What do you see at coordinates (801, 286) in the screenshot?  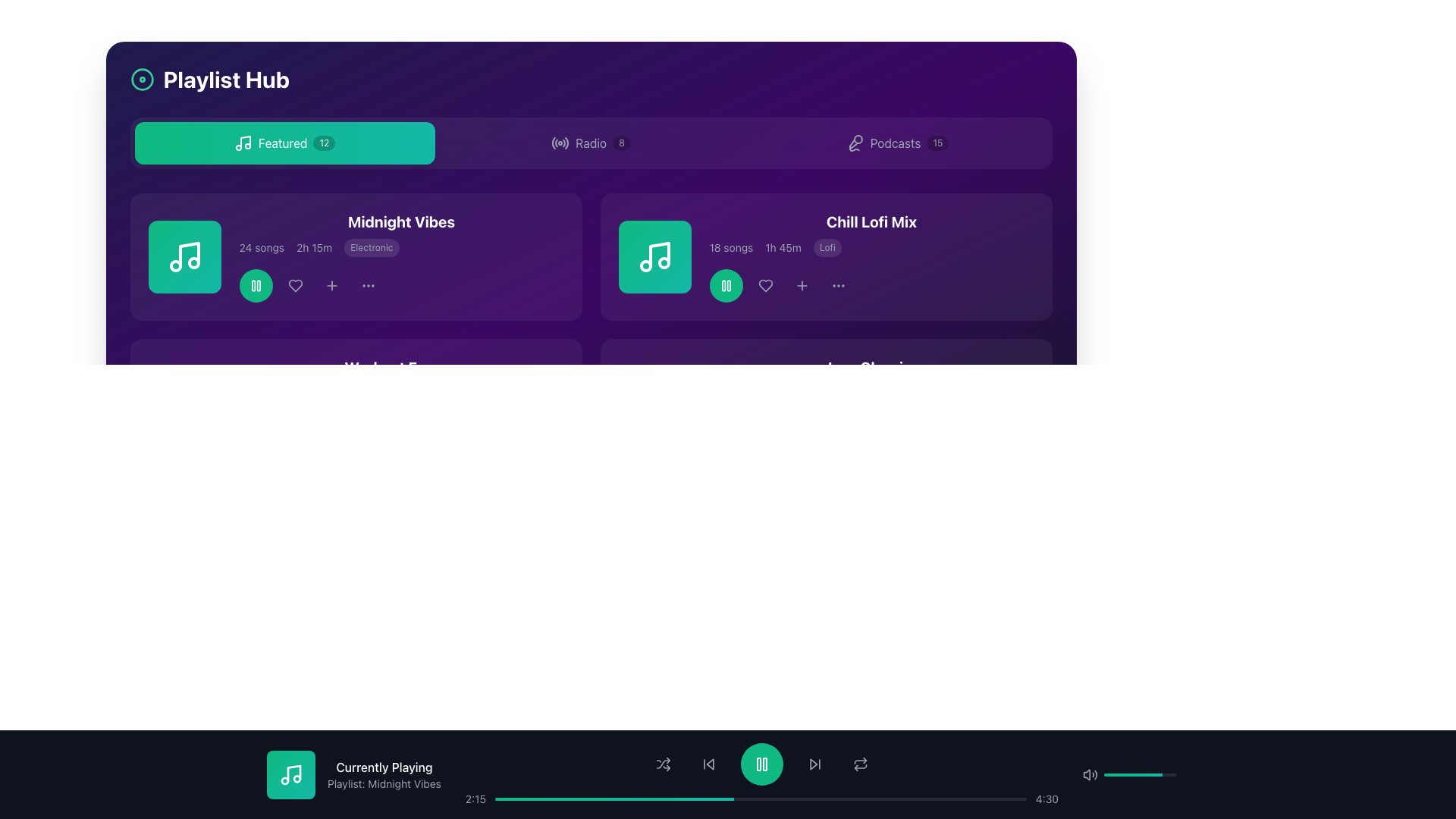 I see `the plus icon button located to the right of the heart icon in the 'Chill Lofi Mix' playlist` at bounding box center [801, 286].